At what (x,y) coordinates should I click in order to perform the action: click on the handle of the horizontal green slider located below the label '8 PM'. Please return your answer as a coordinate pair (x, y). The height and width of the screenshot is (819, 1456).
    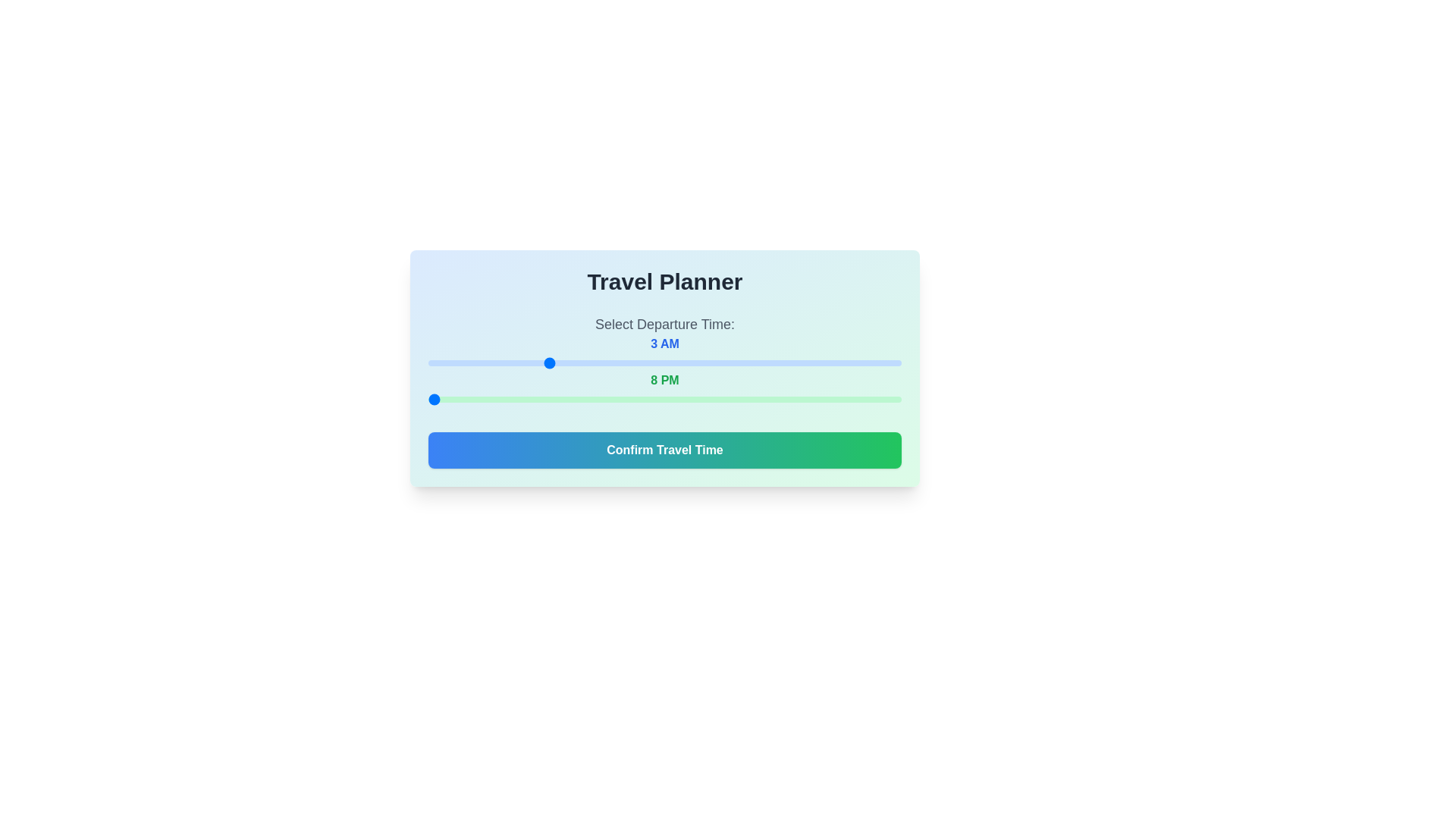
    Looking at the image, I should click on (665, 399).